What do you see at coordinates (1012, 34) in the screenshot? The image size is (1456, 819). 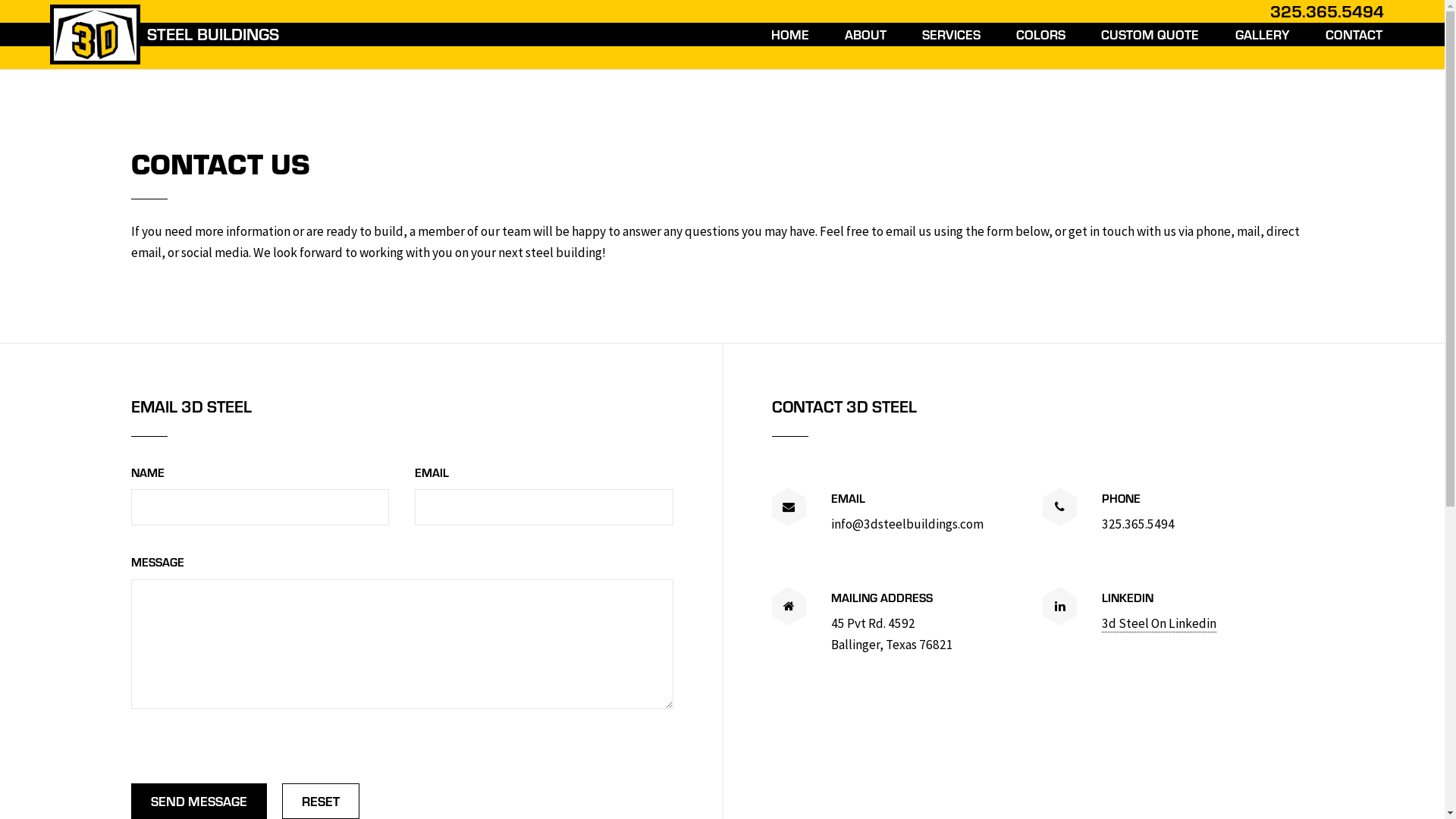 I see `'COLORS'` at bounding box center [1012, 34].